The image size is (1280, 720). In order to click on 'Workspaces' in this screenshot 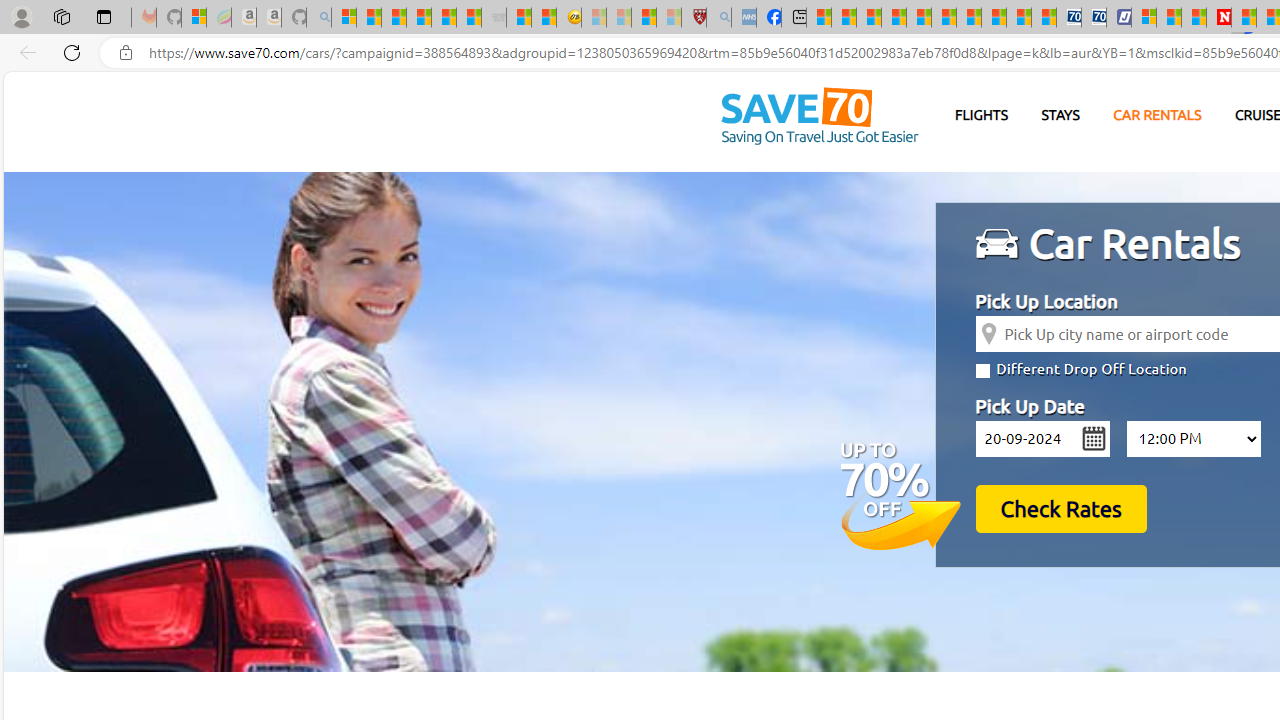, I will do `click(61, 16)`.